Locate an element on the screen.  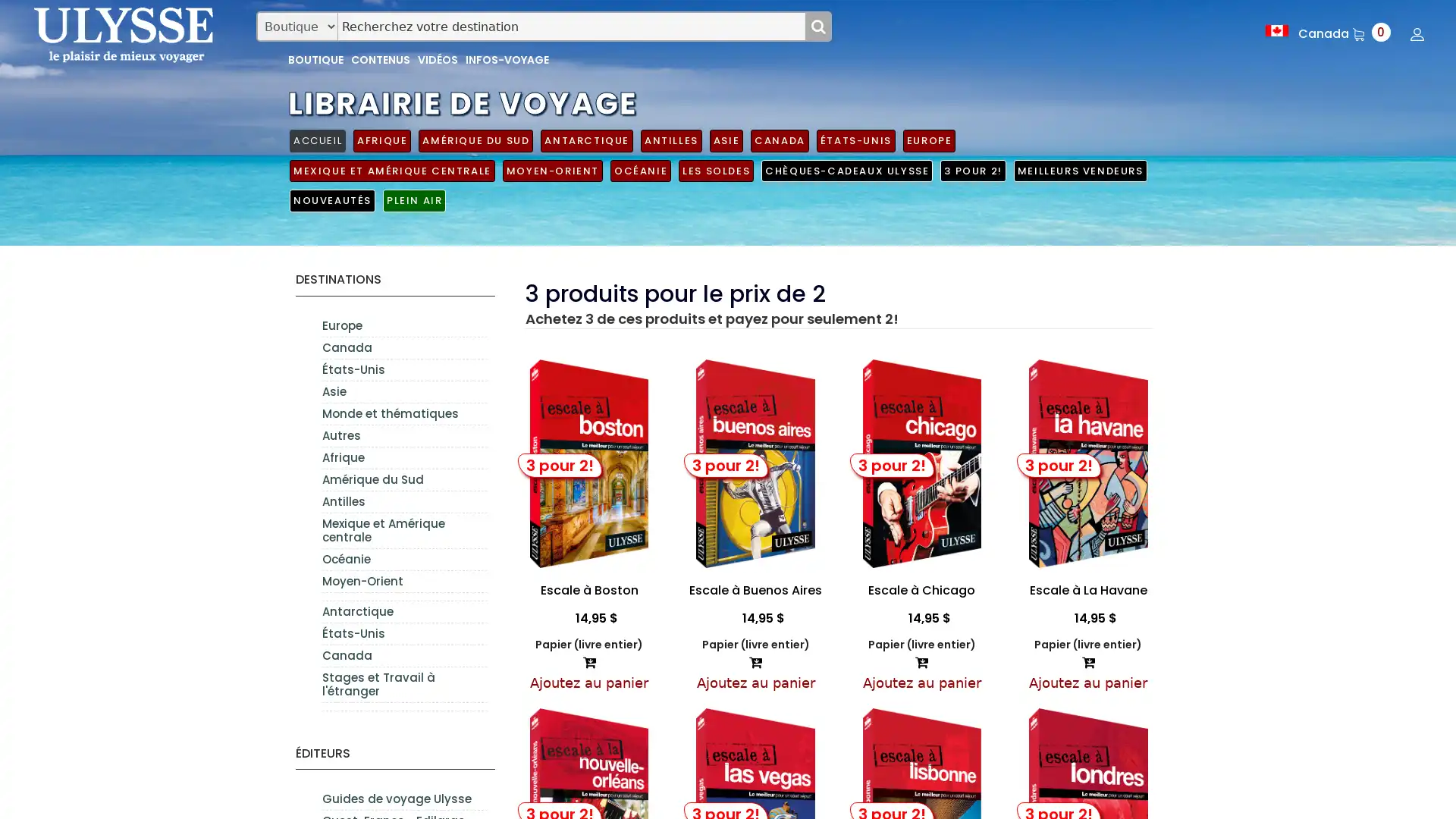
PLEIN AIR is located at coordinates (414, 199).